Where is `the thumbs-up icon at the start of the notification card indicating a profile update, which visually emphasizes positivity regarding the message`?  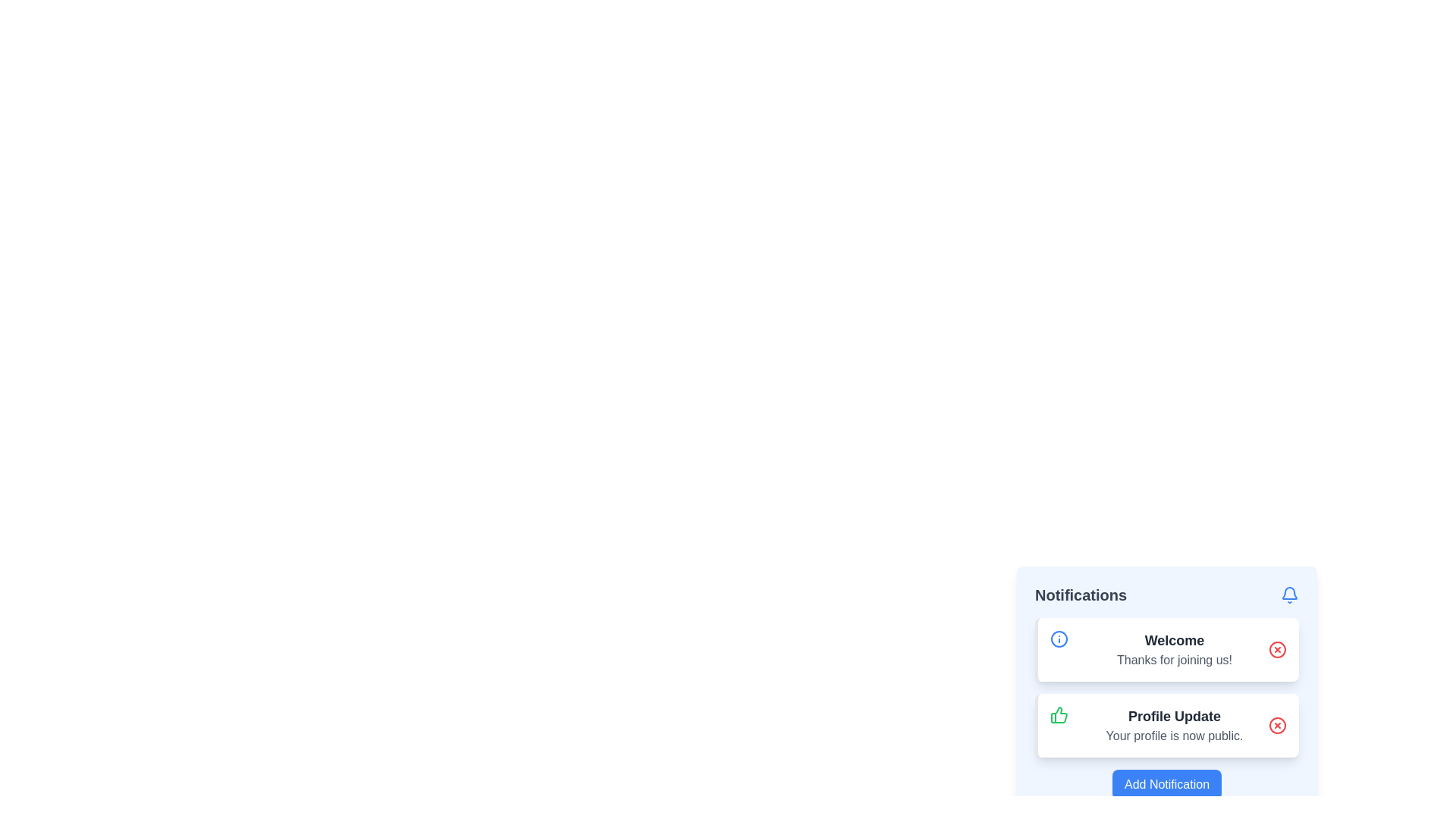 the thumbs-up icon at the start of the notification card indicating a profile update, which visually emphasizes positivity regarding the message is located at coordinates (1058, 714).